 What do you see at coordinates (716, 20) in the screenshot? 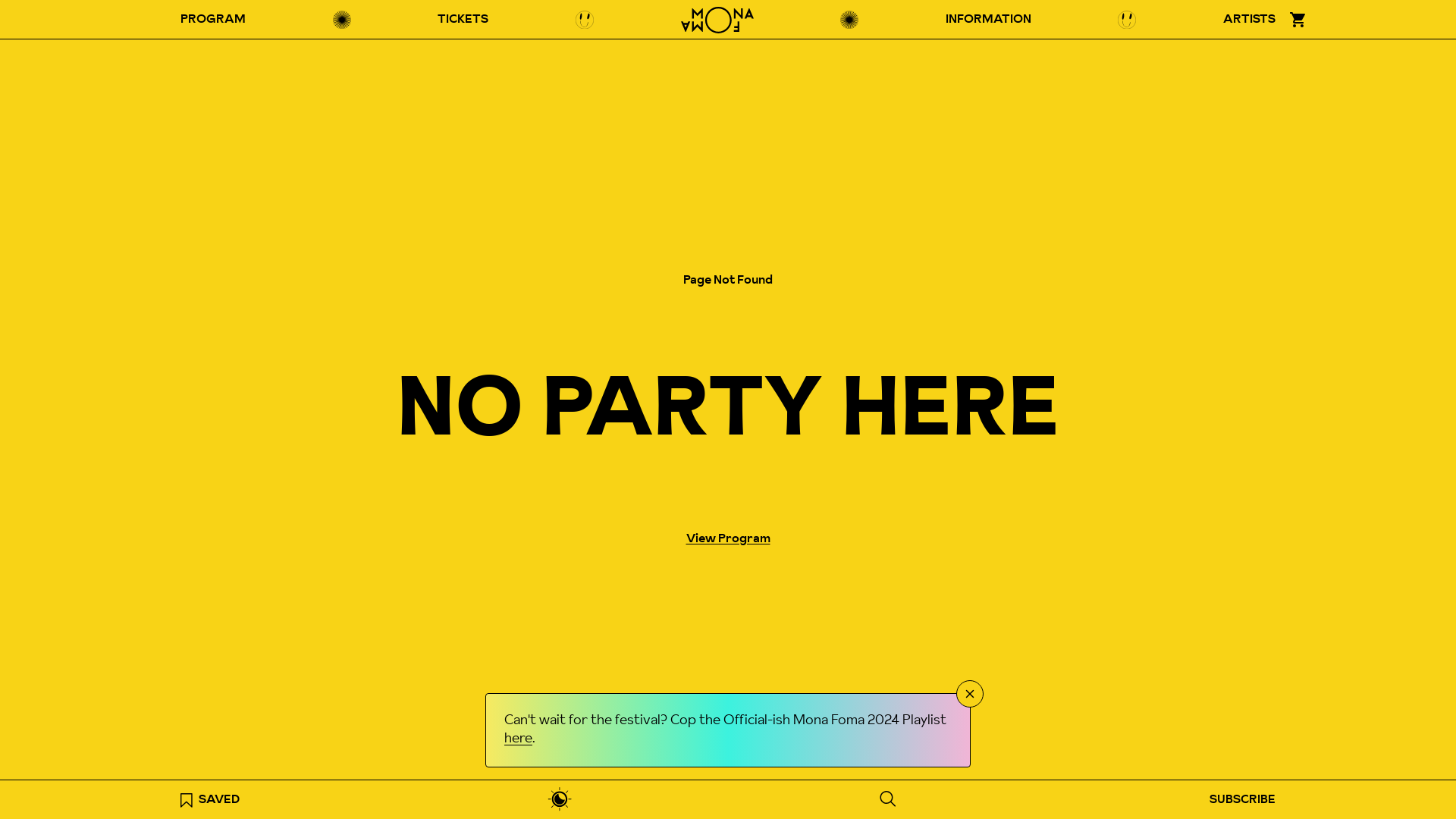
I see `'Mona Foma'` at bounding box center [716, 20].